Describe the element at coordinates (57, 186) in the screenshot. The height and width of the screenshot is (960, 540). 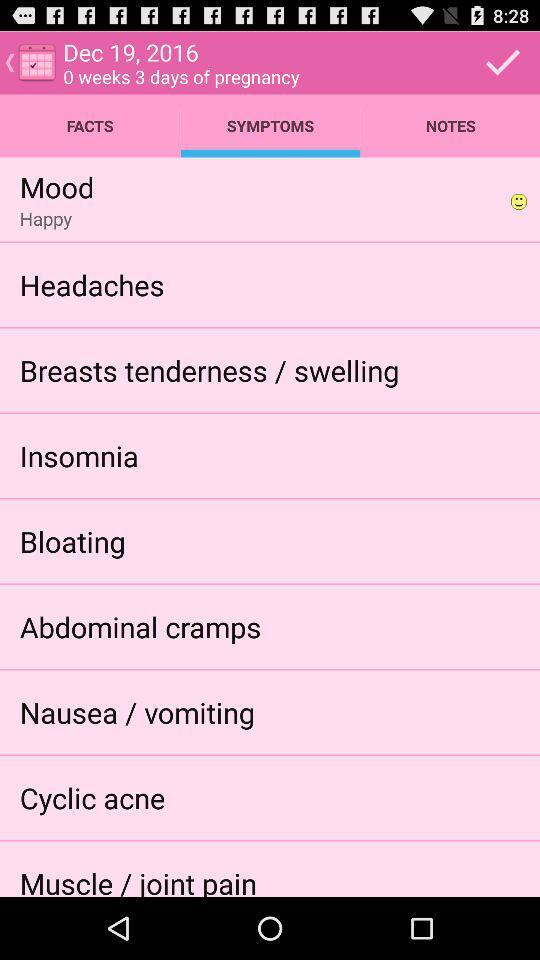
I see `the mood item` at that location.